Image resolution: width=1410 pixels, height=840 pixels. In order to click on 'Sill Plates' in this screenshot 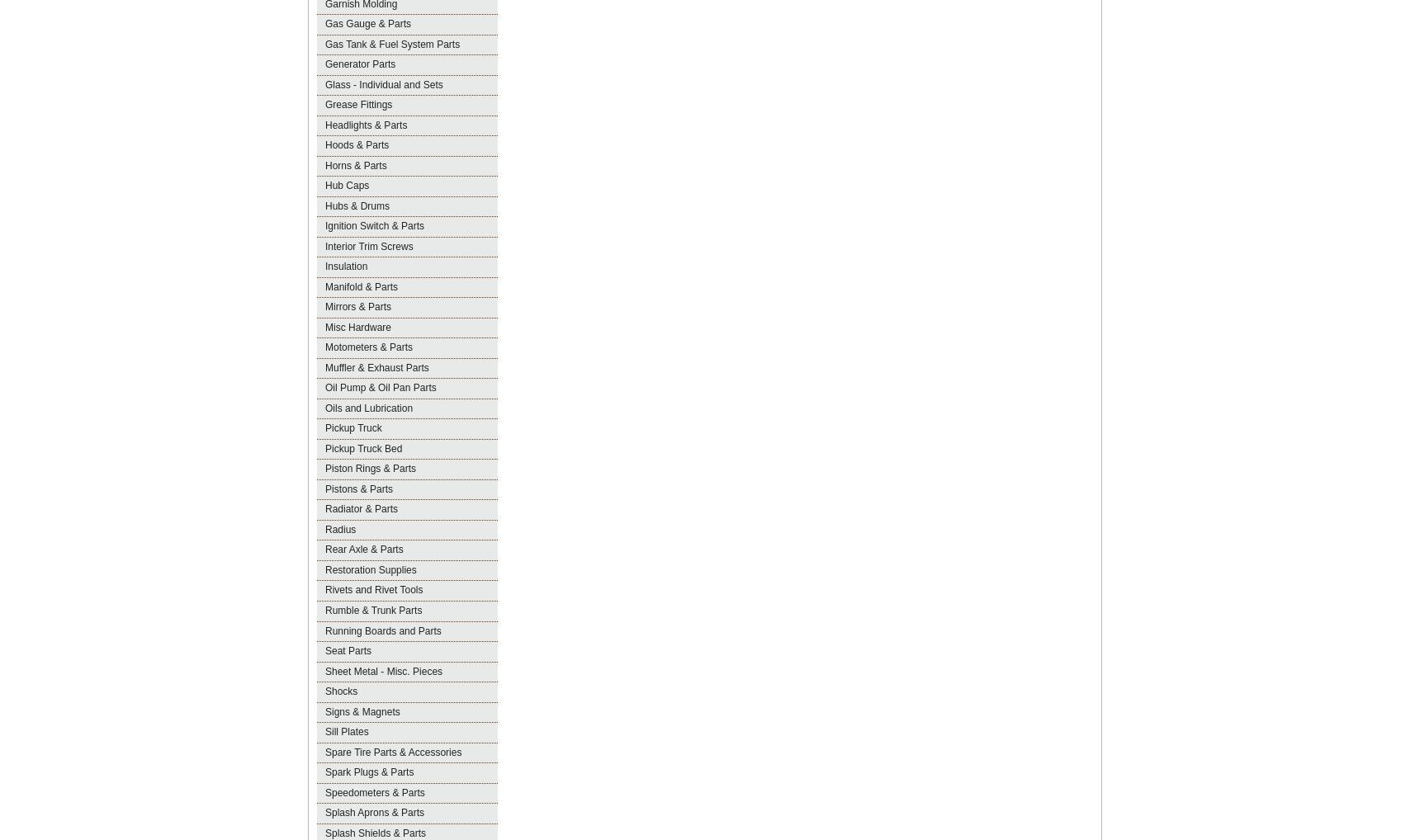, I will do `click(346, 731)`.